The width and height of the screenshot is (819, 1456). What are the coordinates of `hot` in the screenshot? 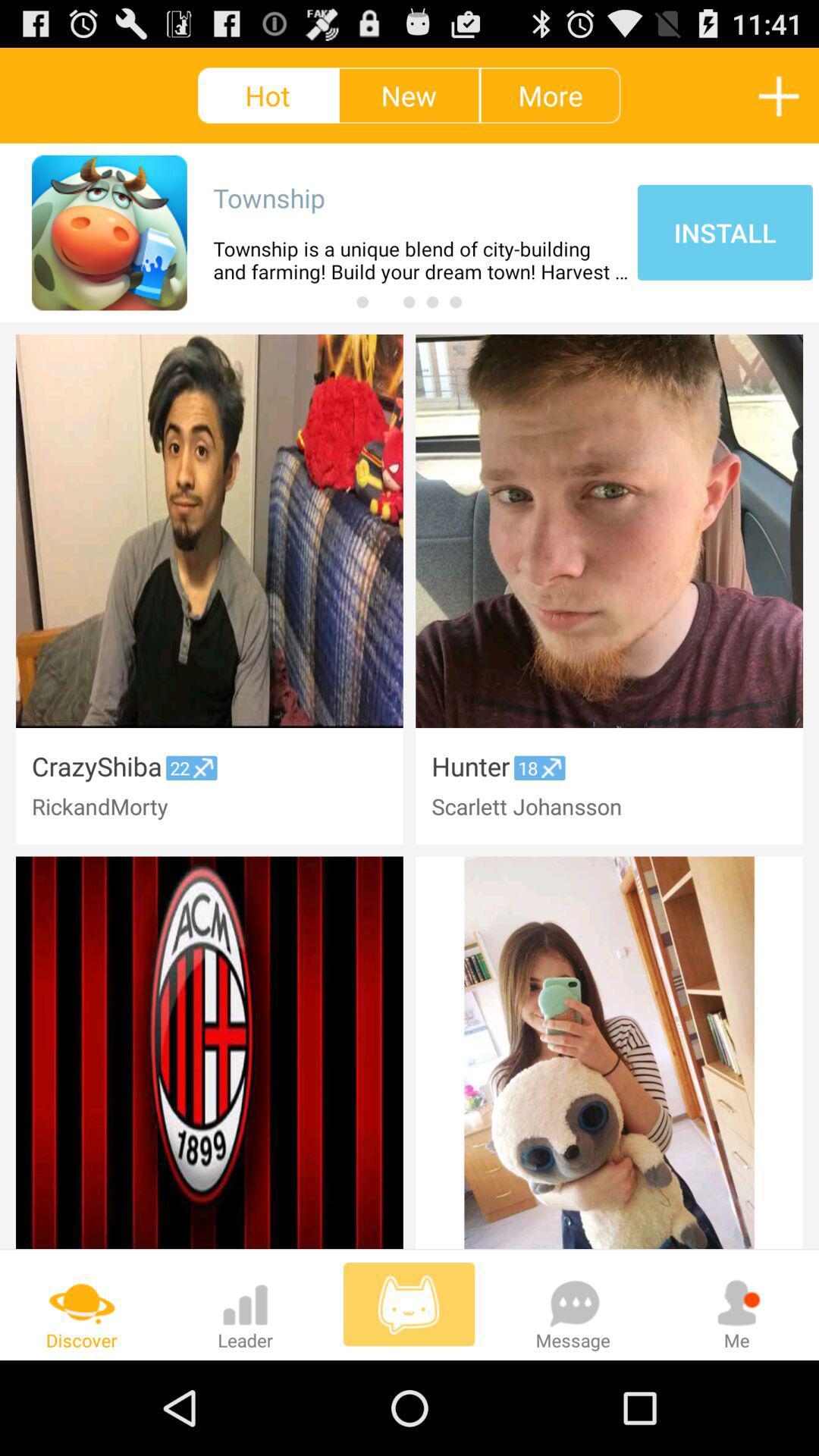 It's located at (267, 94).